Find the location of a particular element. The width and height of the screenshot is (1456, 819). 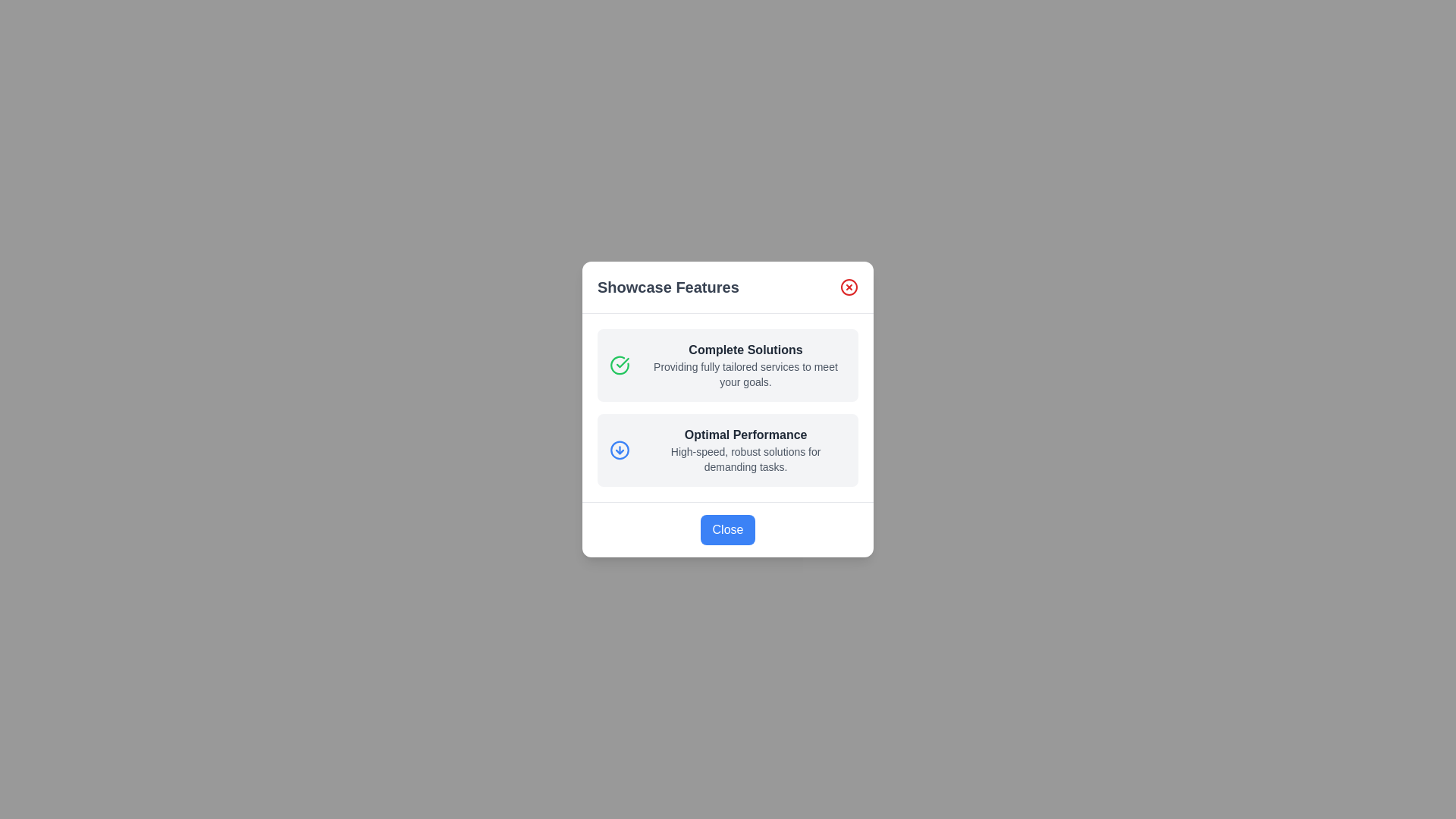

the icon representing the feature 'Complete Solutions' is located at coordinates (619, 366).